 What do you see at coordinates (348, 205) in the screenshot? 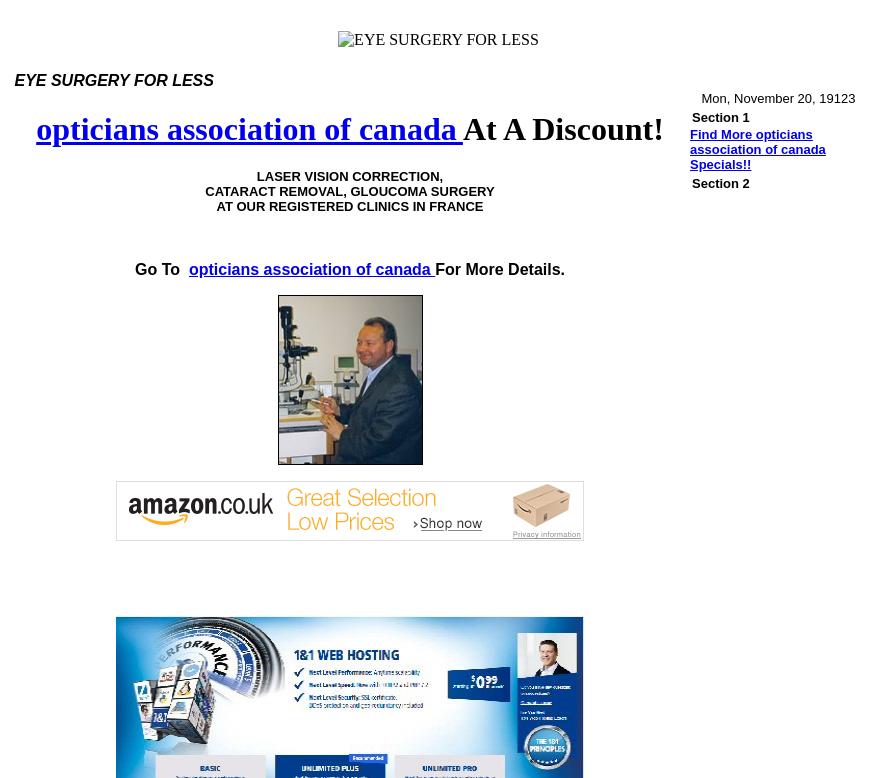
I see `'AT OUR REGISTERED CLINICS IN FRANCE'` at bounding box center [348, 205].